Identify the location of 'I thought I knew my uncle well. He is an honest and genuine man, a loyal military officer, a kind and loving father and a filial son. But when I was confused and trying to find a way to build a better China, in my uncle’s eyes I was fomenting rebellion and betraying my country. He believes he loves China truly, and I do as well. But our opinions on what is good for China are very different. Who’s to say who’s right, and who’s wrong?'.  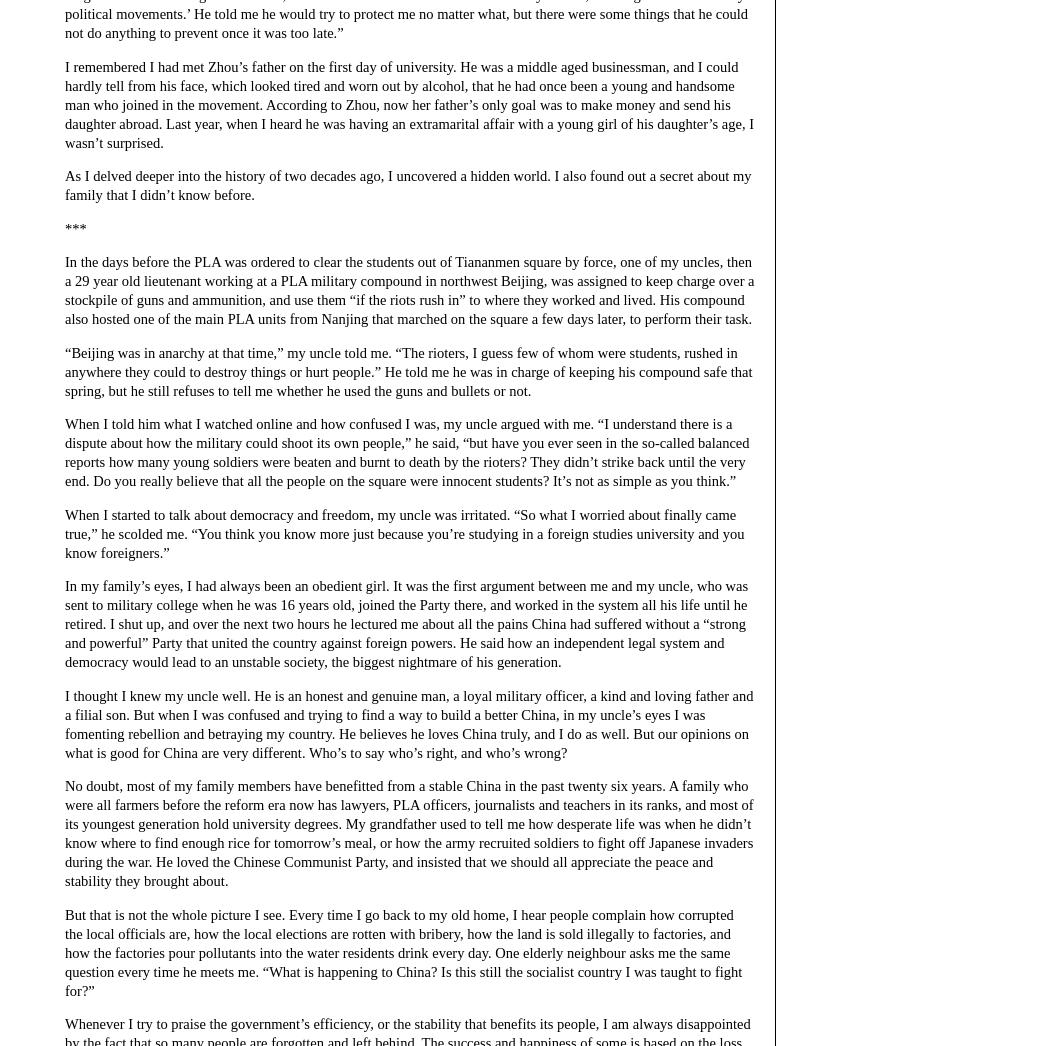
(408, 723).